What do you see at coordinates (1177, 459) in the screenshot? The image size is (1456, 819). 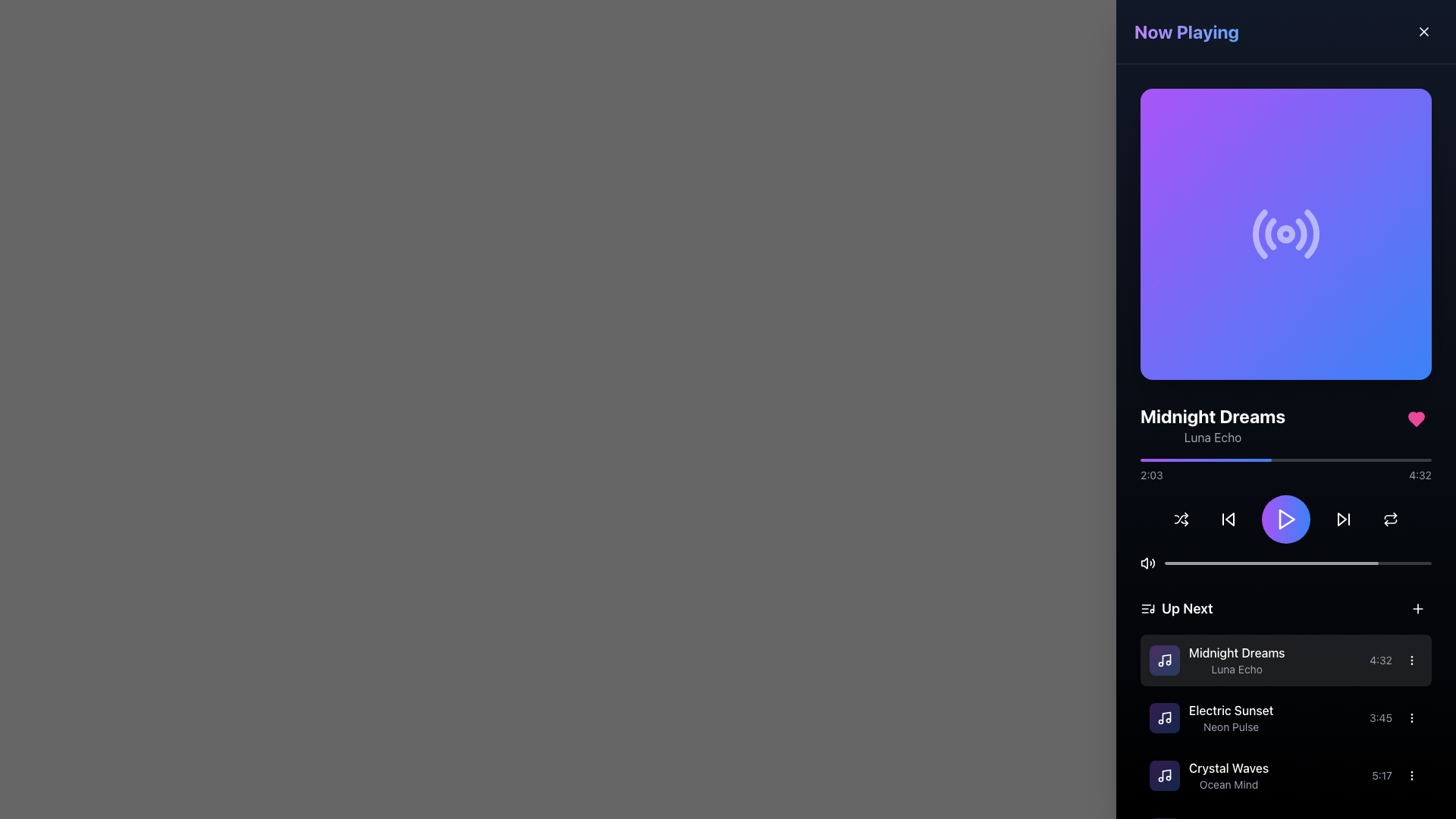 I see `the audio progress` at bounding box center [1177, 459].